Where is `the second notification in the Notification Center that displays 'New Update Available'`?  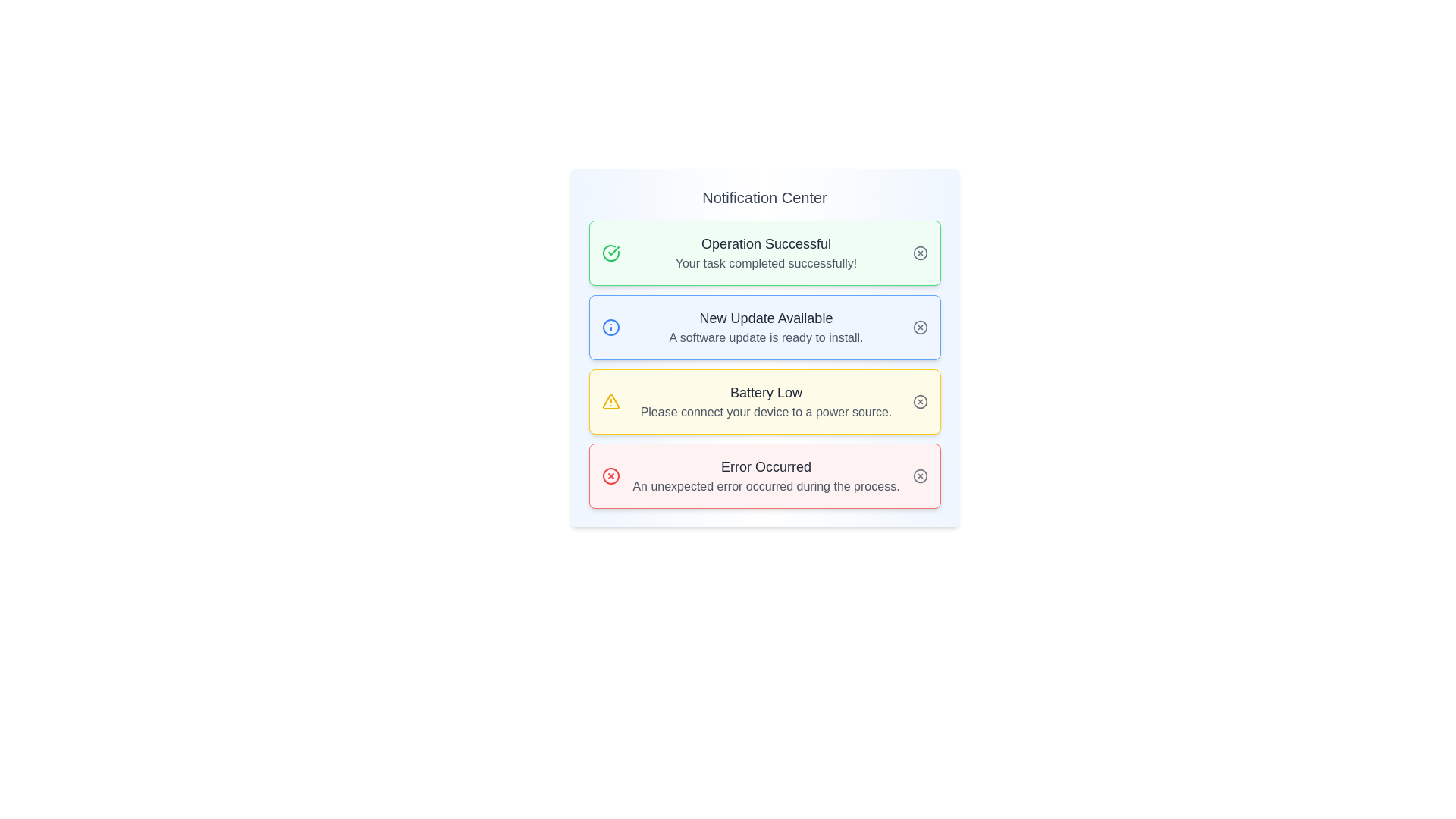
the second notification in the Notification Center that displays 'New Update Available' is located at coordinates (764, 327).